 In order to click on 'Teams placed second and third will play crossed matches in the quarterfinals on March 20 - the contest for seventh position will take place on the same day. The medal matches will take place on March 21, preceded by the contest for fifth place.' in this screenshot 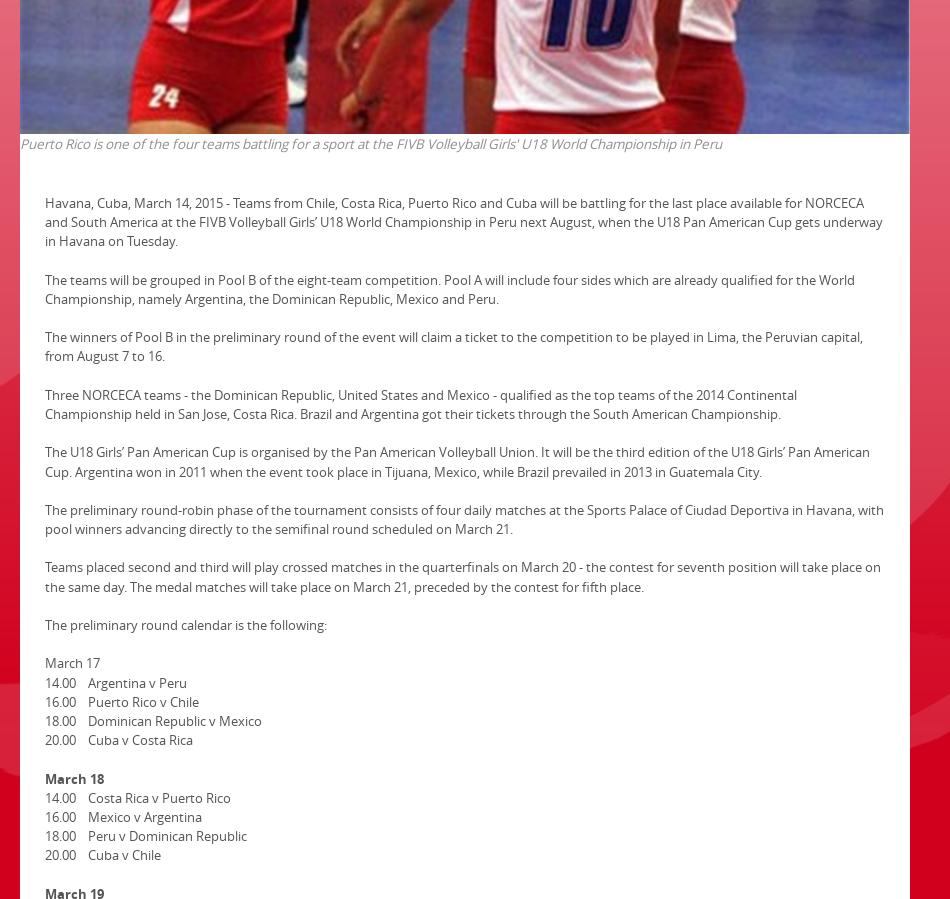, I will do `click(462, 576)`.